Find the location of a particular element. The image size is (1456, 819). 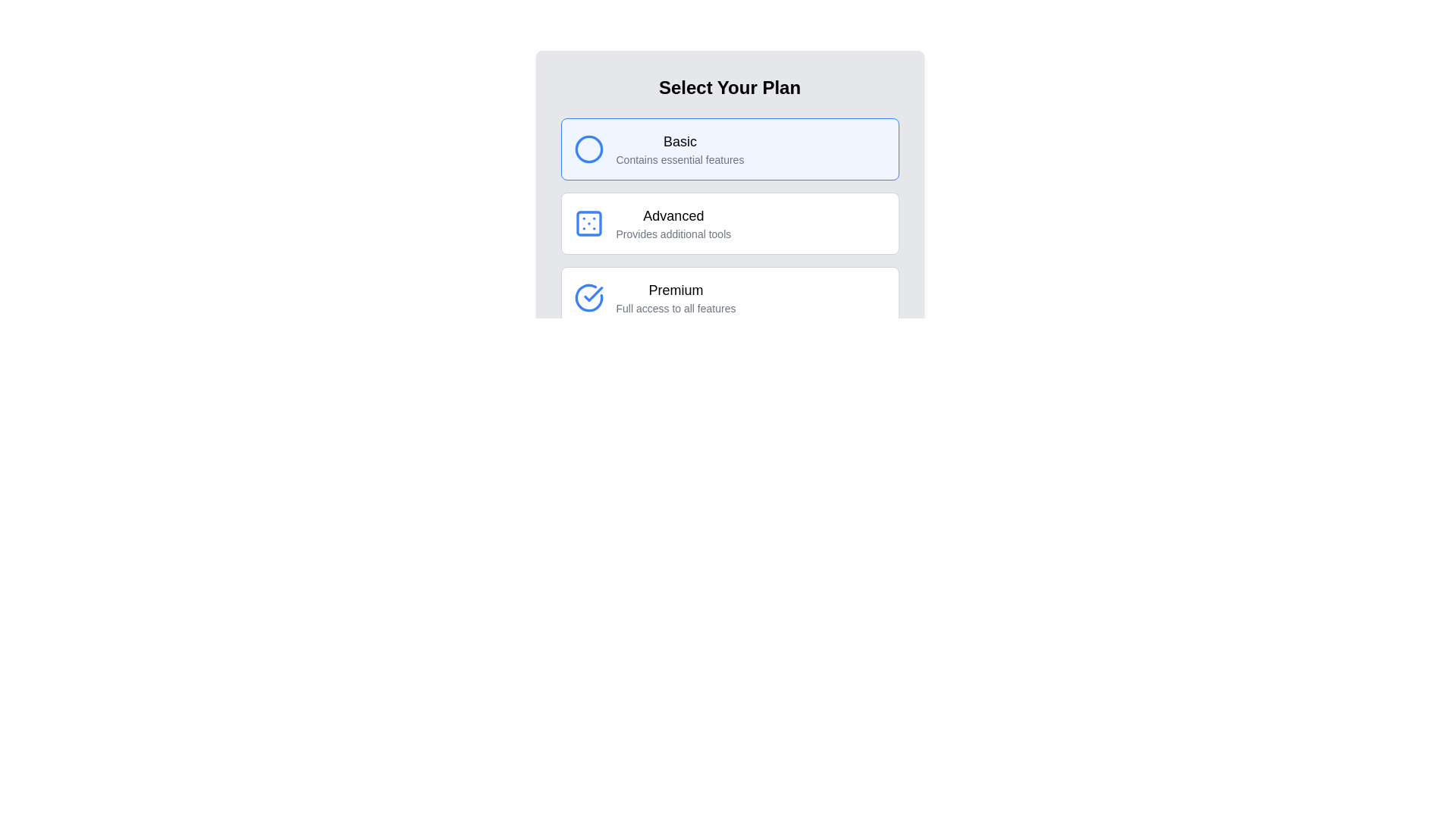

text label that states 'Contains essential features', which is styled in gray and located below the larger heading 'Basic' is located at coordinates (679, 160).